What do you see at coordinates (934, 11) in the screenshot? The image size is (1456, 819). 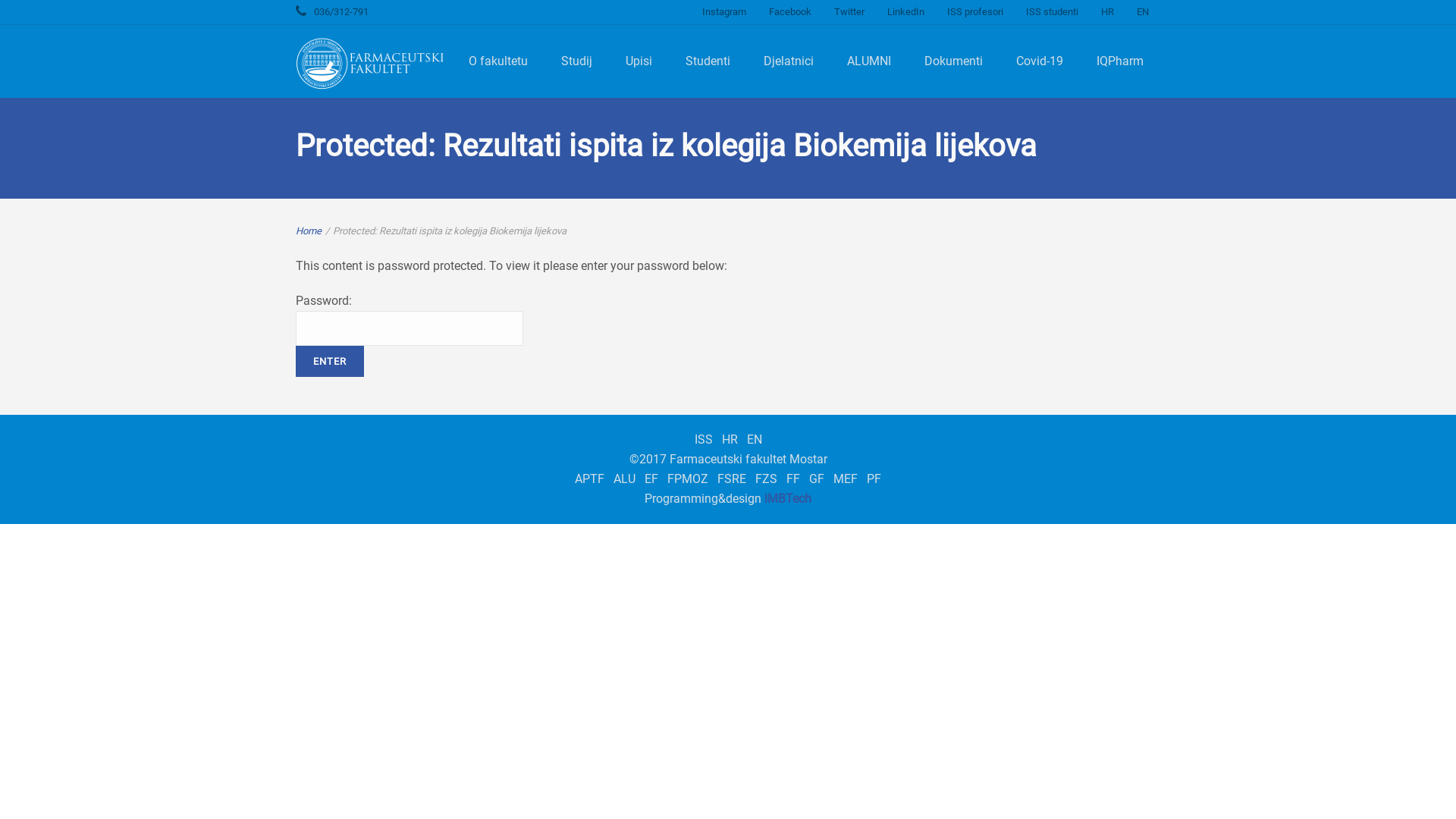 I see `'ISS profesori'` at bounding box center [934, 11].